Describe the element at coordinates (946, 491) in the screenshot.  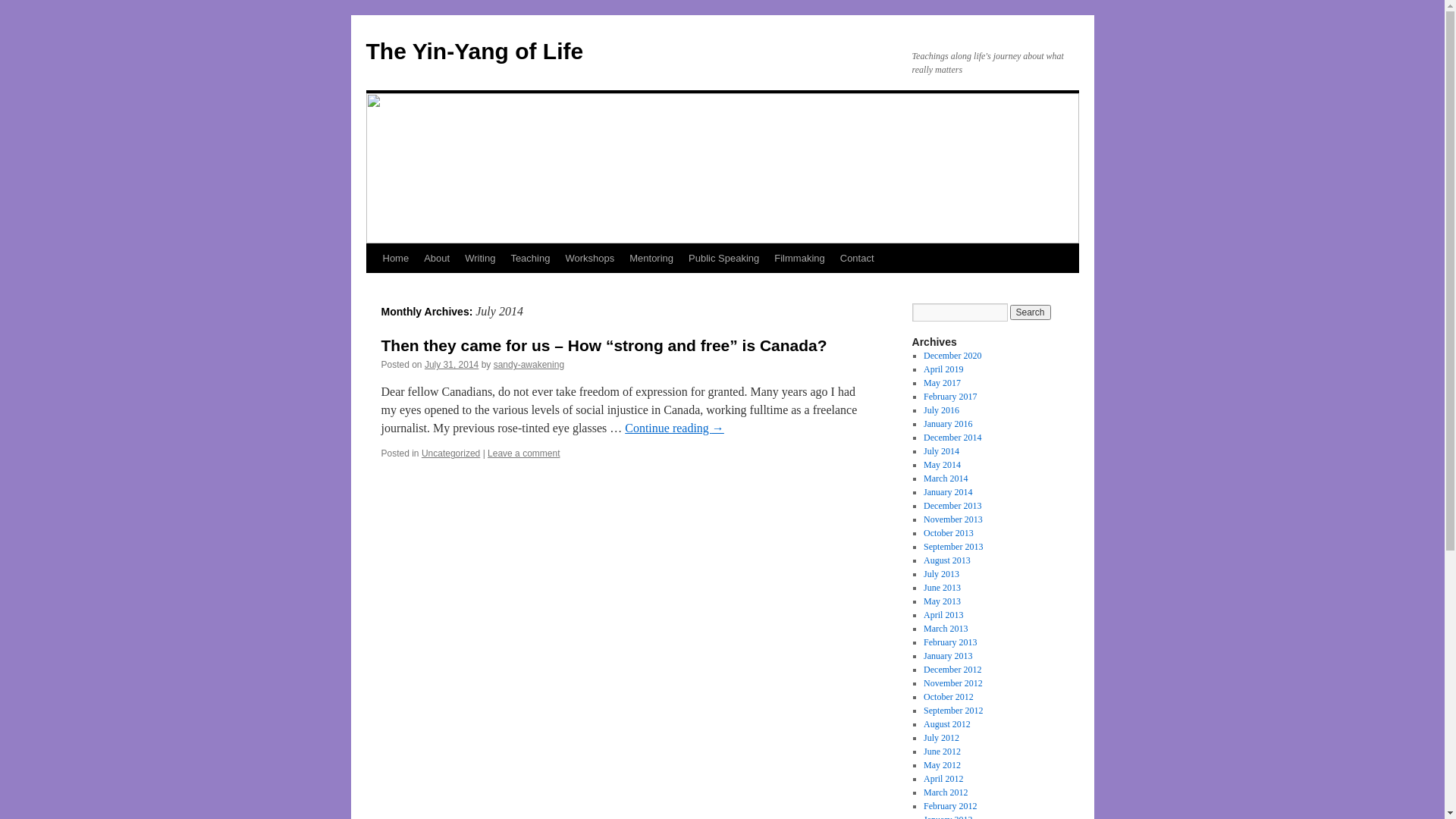
I see `'January 2014'` at that location.